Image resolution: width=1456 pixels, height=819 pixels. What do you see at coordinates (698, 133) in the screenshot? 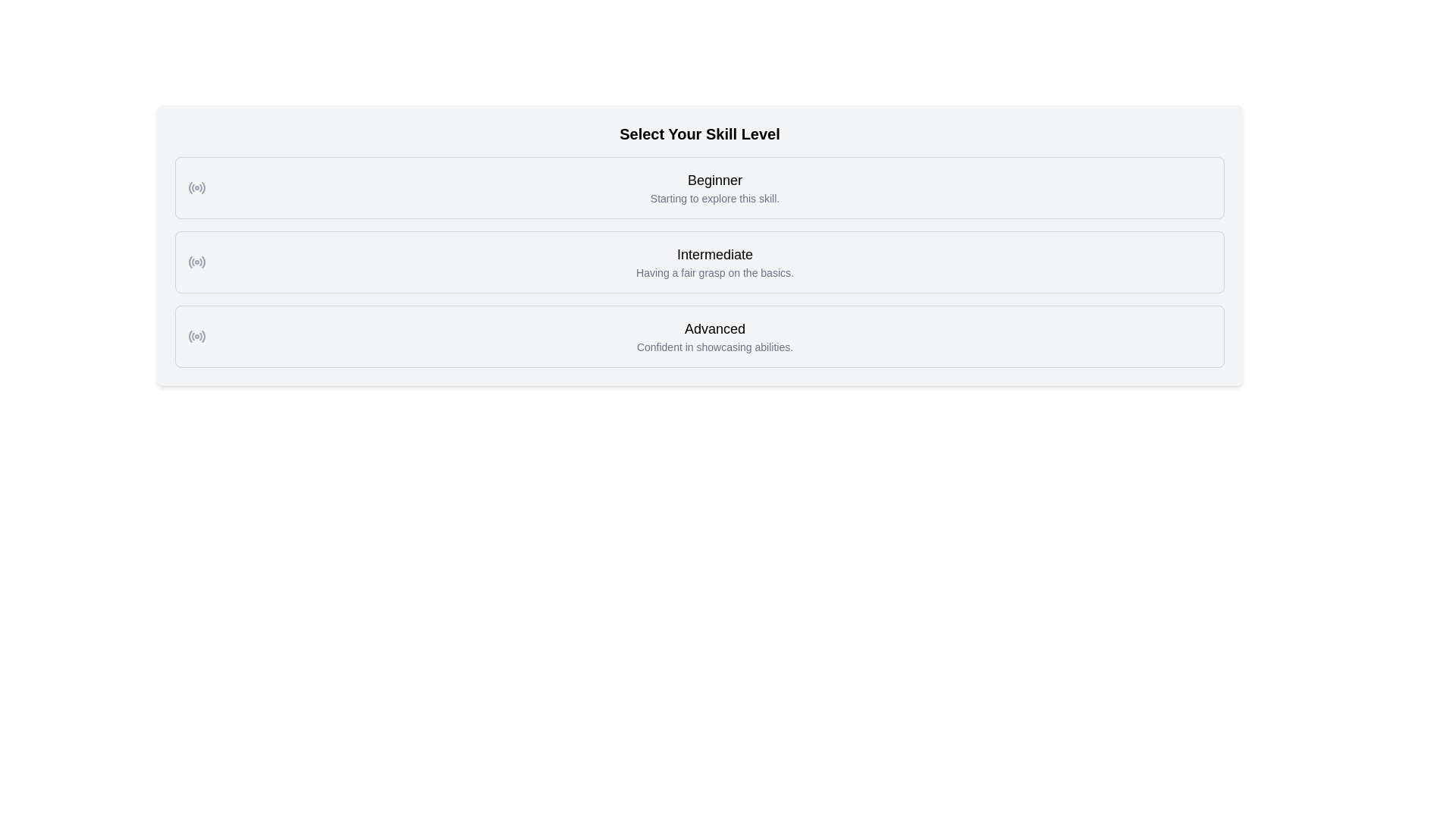
I see `header text that introduces the purpose of the card, which is centrally aligned at the top of the card` at bounding box center [698, 133].